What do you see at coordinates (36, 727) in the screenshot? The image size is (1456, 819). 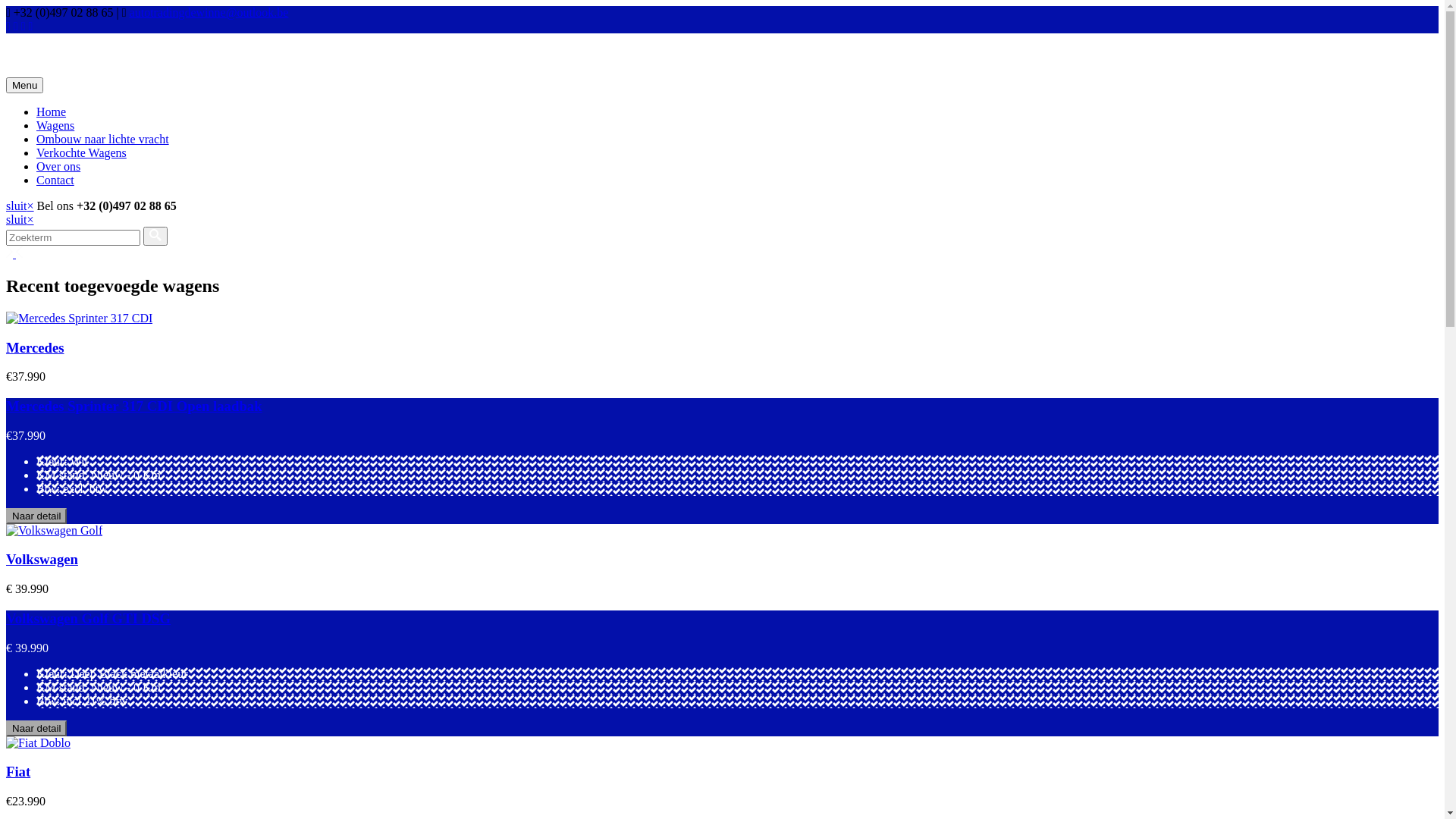 I see `'Naar detail'` at bounding box center [36, 727].